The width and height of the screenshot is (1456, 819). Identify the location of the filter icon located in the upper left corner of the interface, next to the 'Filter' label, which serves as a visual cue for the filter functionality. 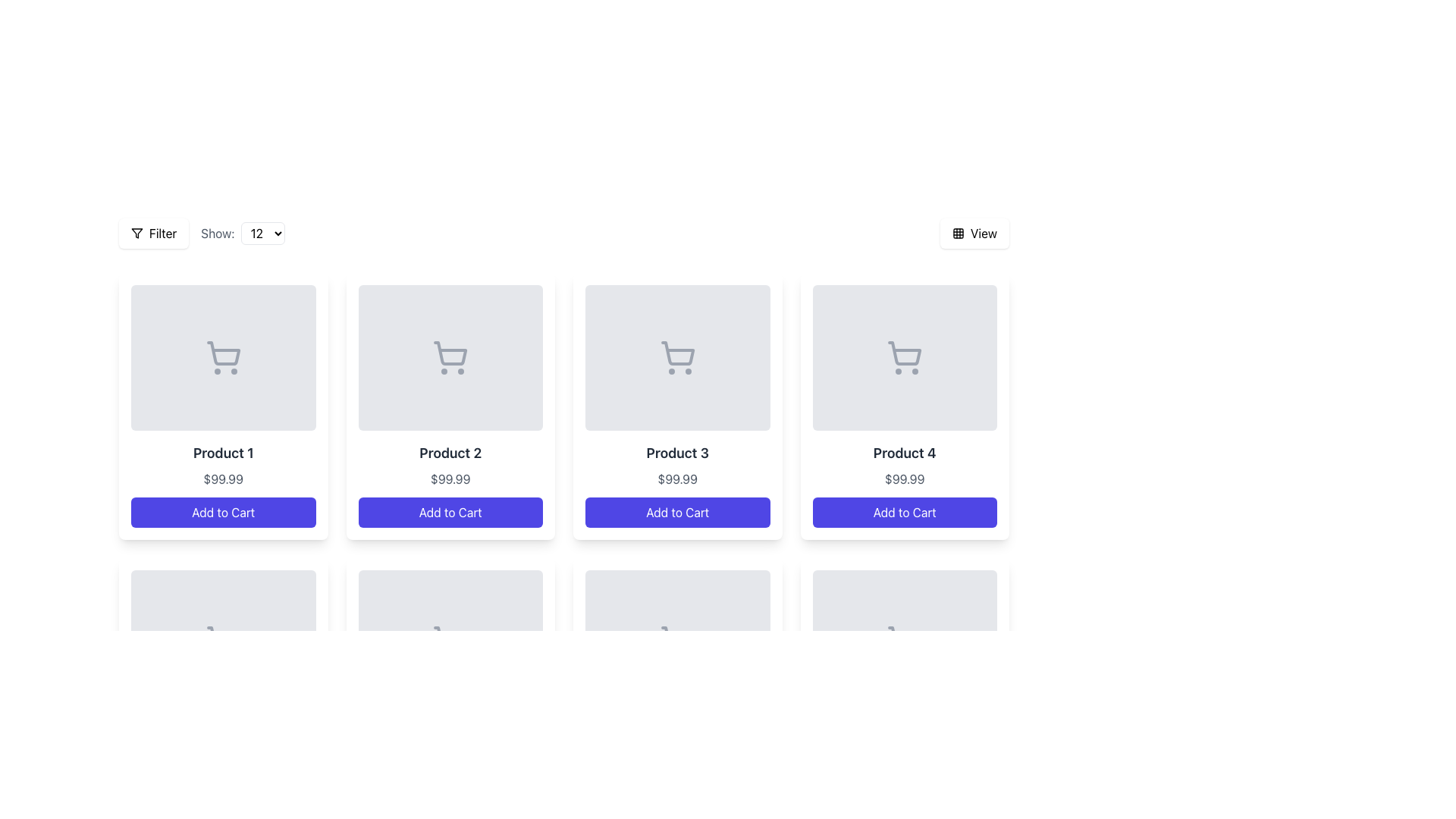
(137, 234).